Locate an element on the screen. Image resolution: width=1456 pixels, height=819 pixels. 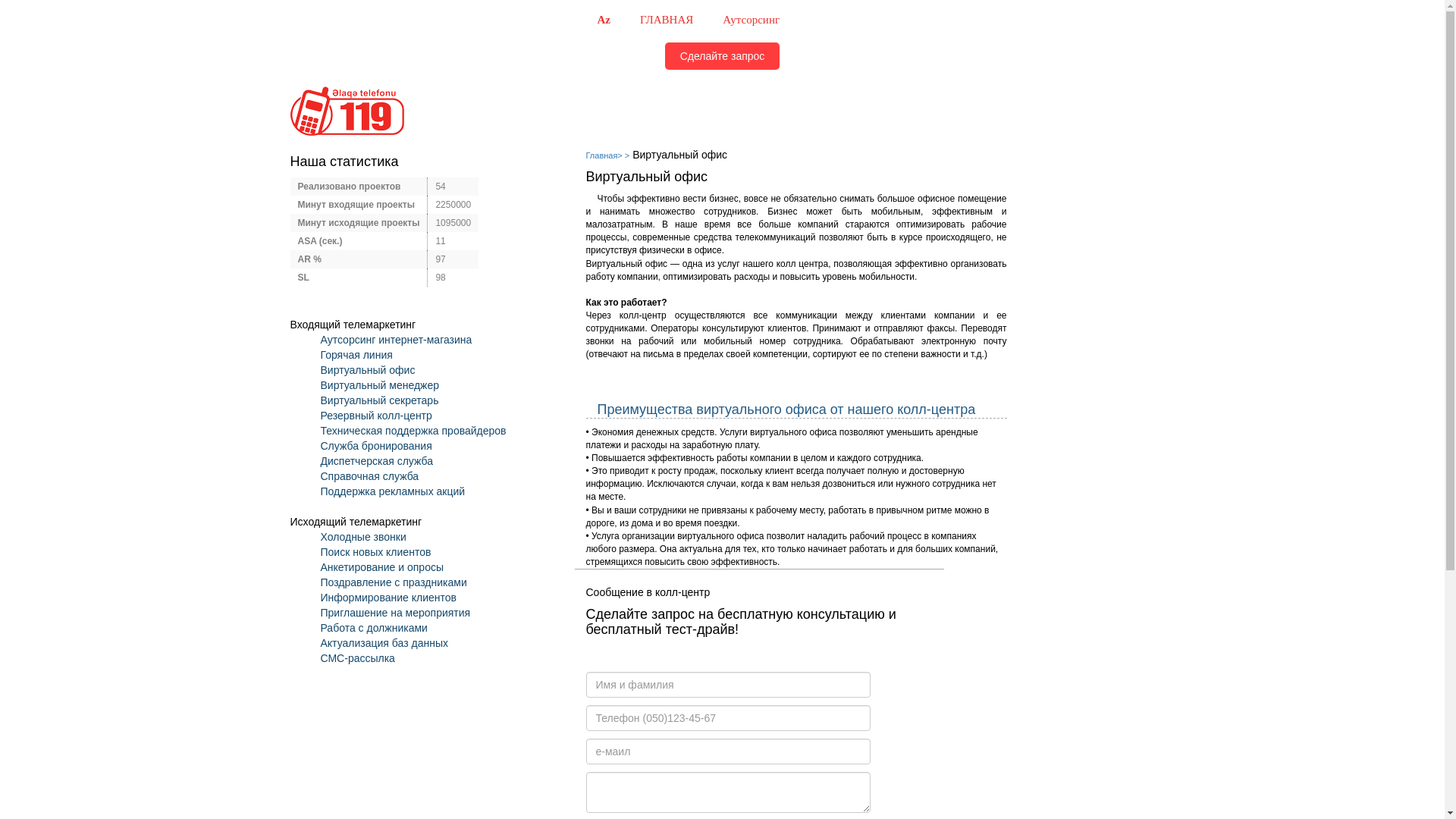
'Az' is located at coordinates (603, 20).